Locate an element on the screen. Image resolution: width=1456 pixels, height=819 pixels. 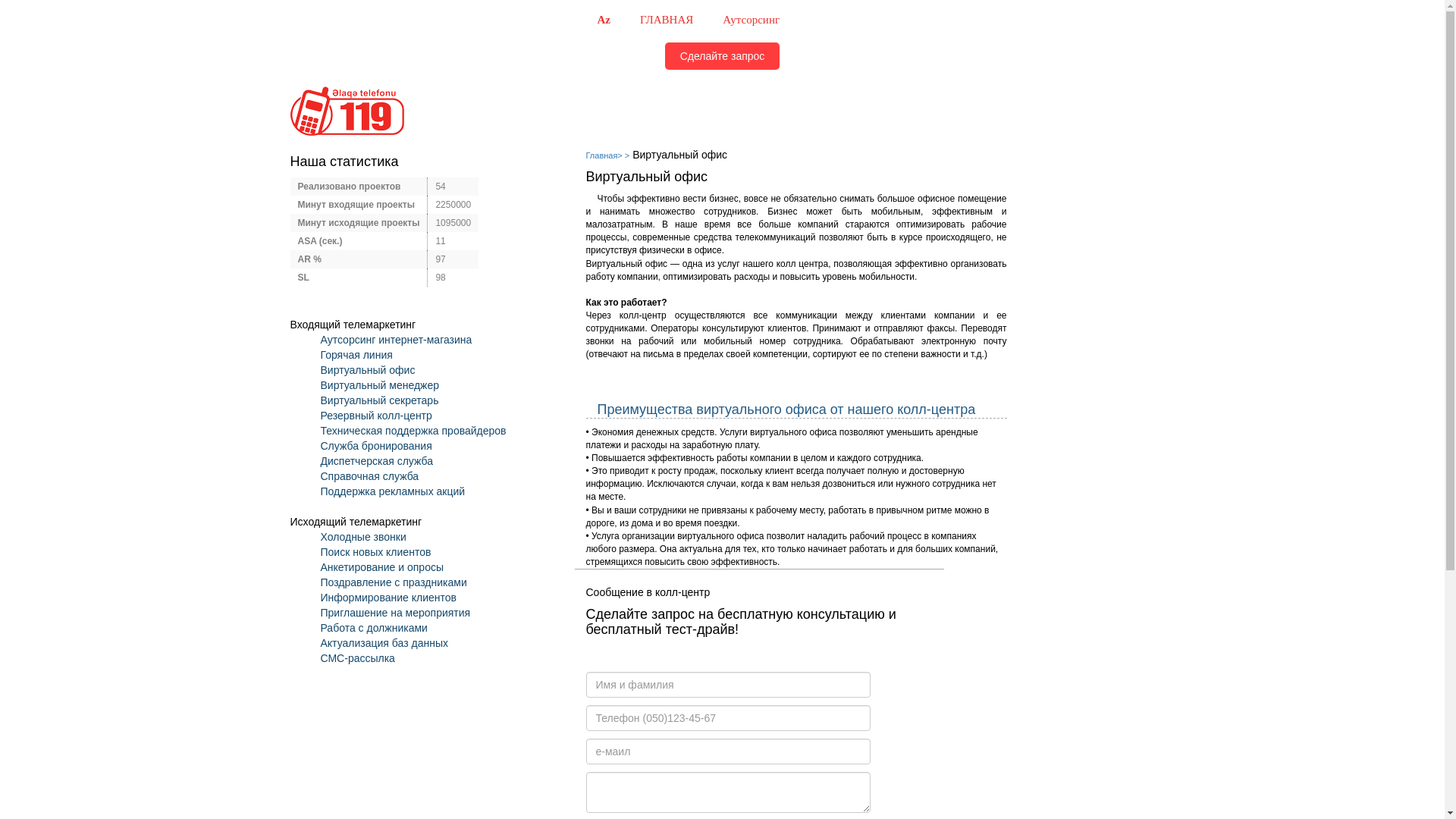
'Az' is located at coordinates (603, 20).